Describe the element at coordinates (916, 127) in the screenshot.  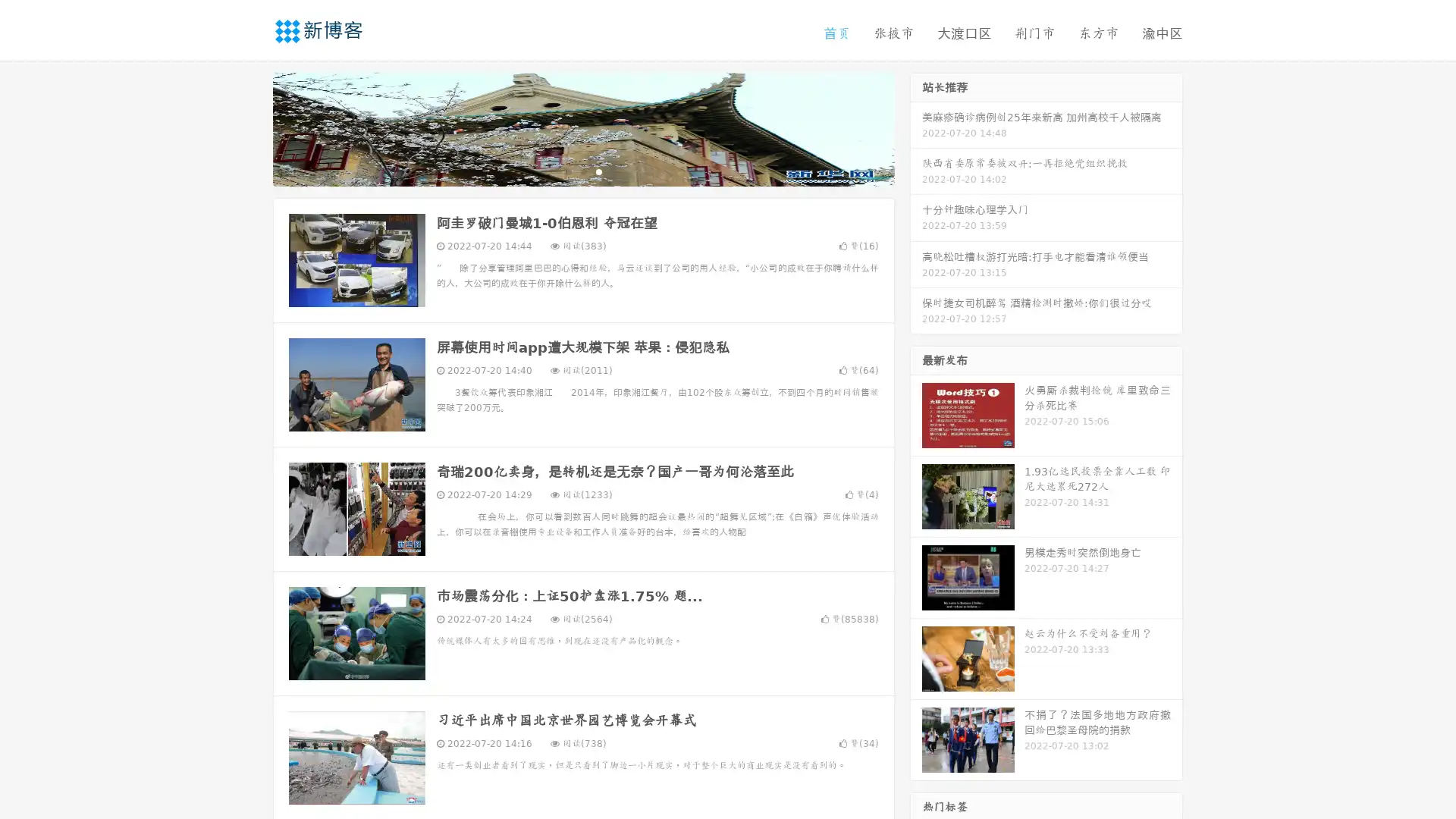
I see `Next slide` at that location.